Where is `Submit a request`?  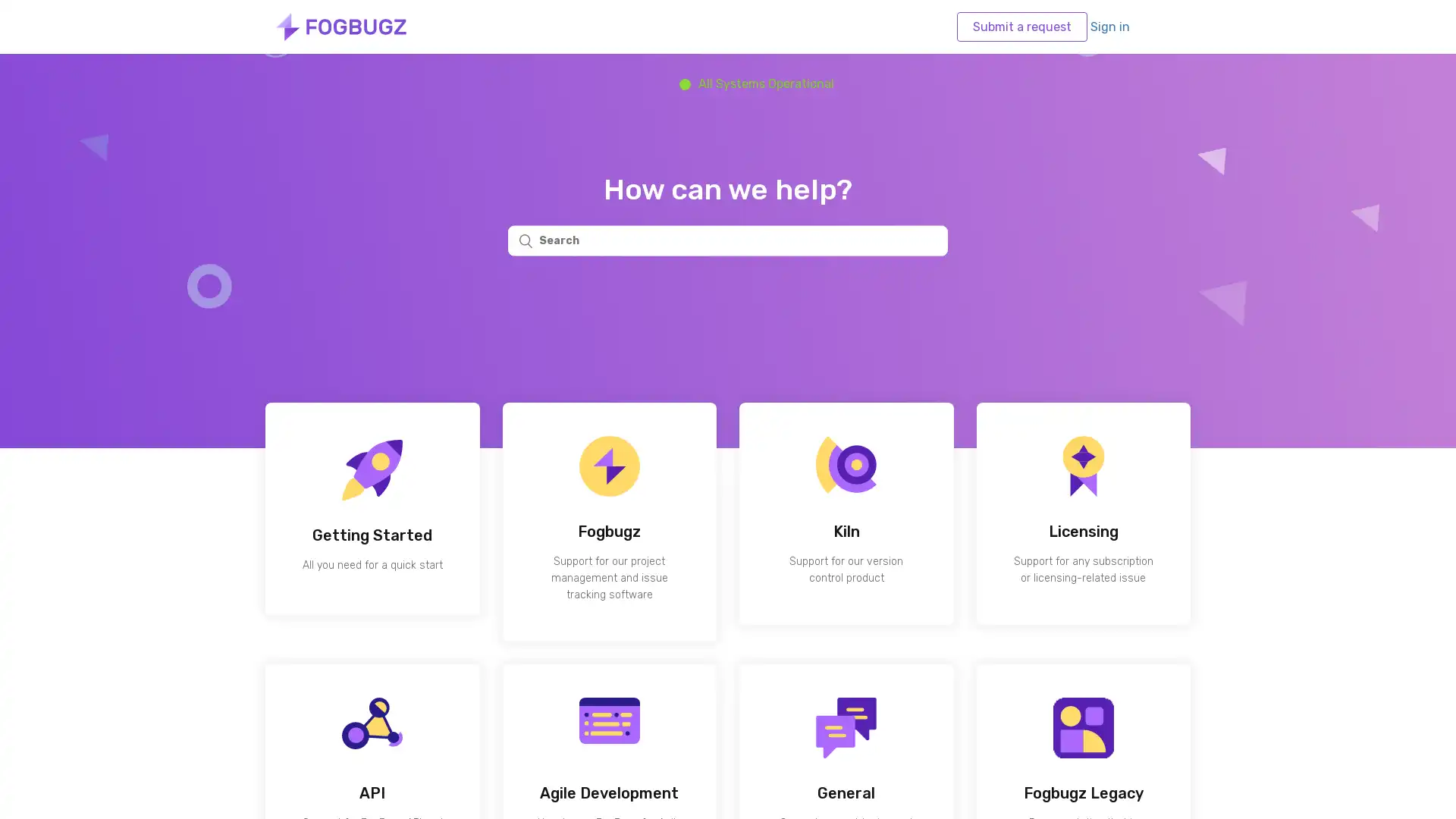
Submit a request is located at coordinates (1022, 26).